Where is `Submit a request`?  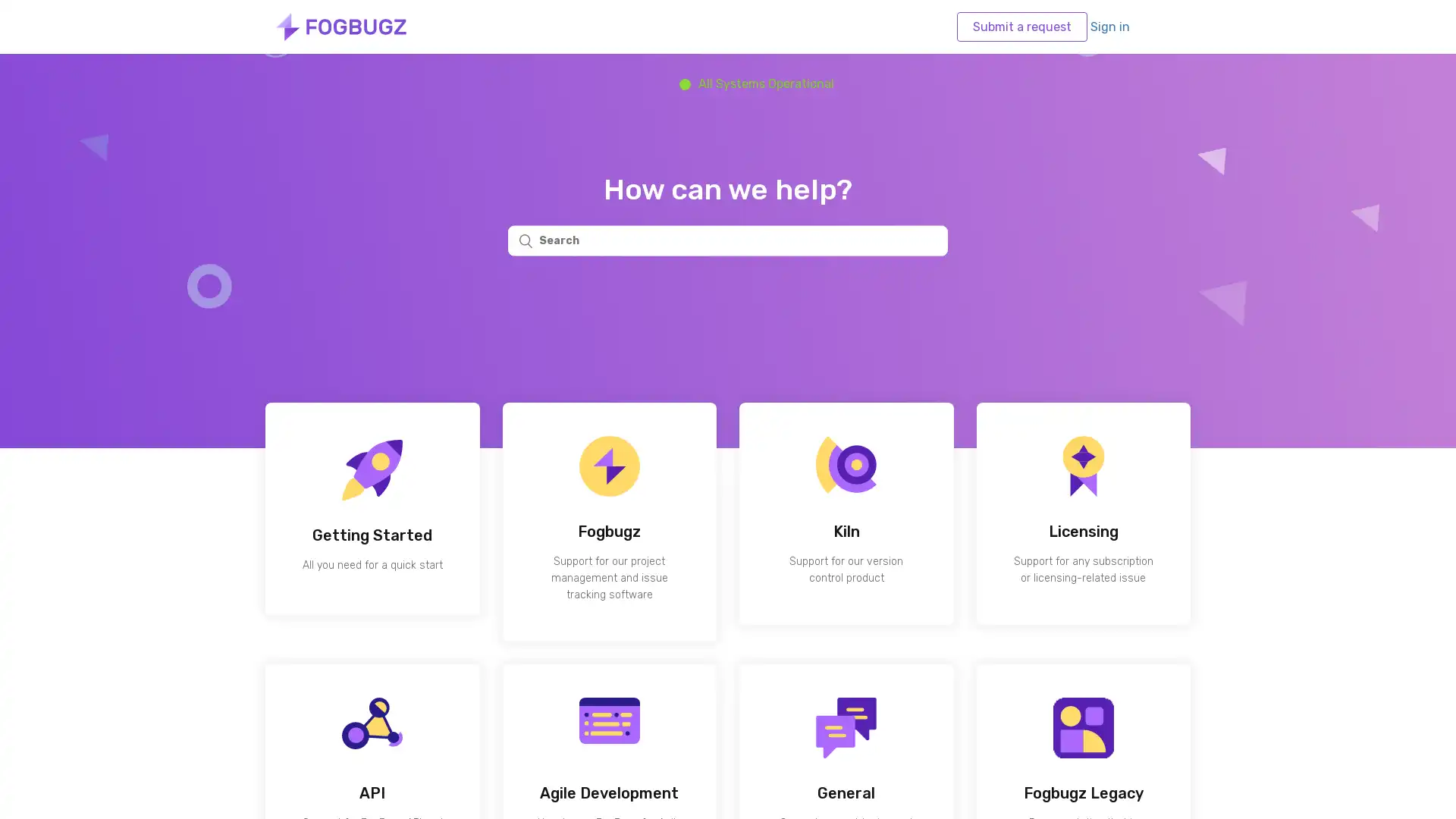
Submit a request is located at coordinates (1022, 26).